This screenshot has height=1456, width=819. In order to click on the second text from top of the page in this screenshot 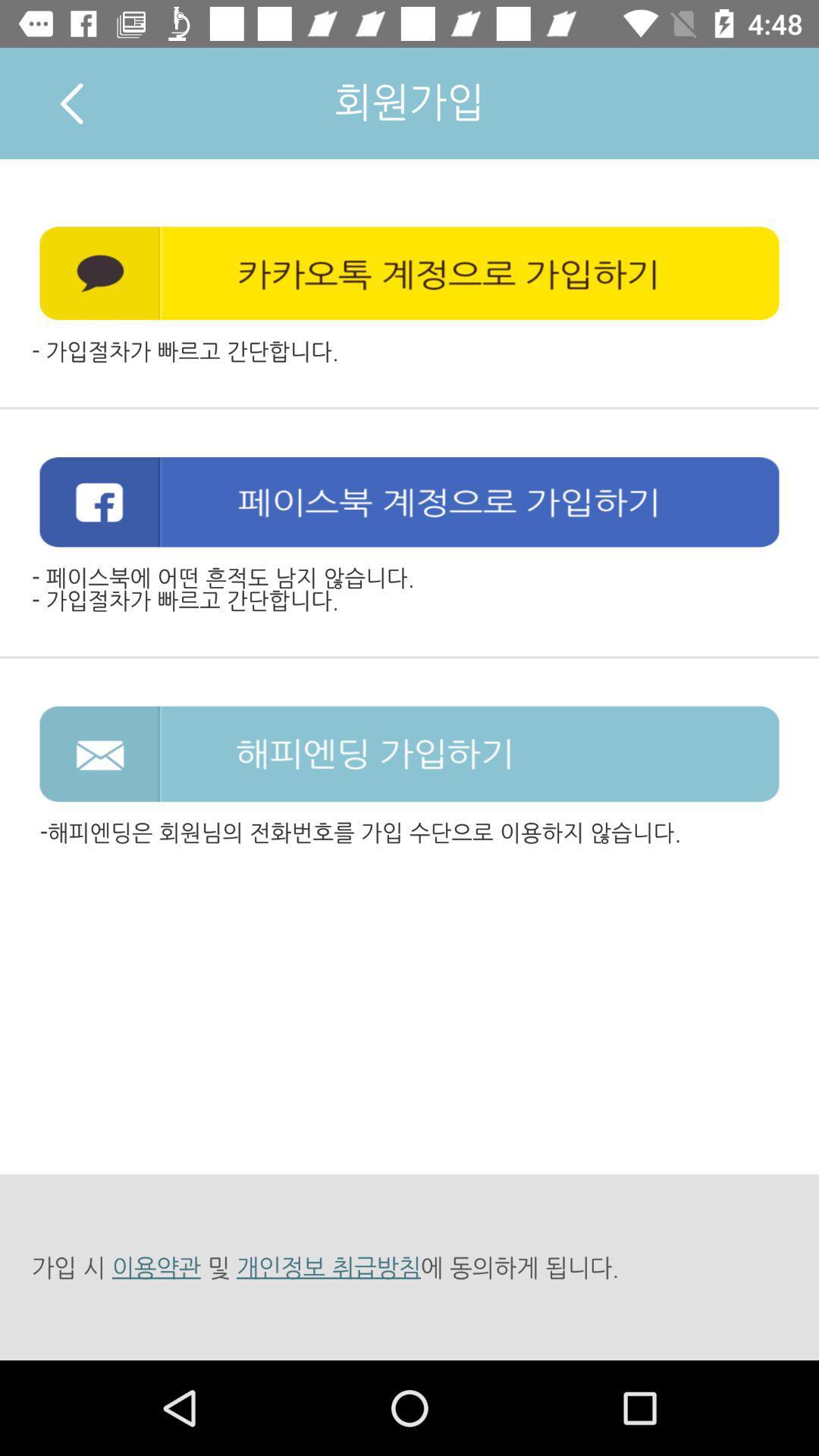, I will do `click(409, 273)`.